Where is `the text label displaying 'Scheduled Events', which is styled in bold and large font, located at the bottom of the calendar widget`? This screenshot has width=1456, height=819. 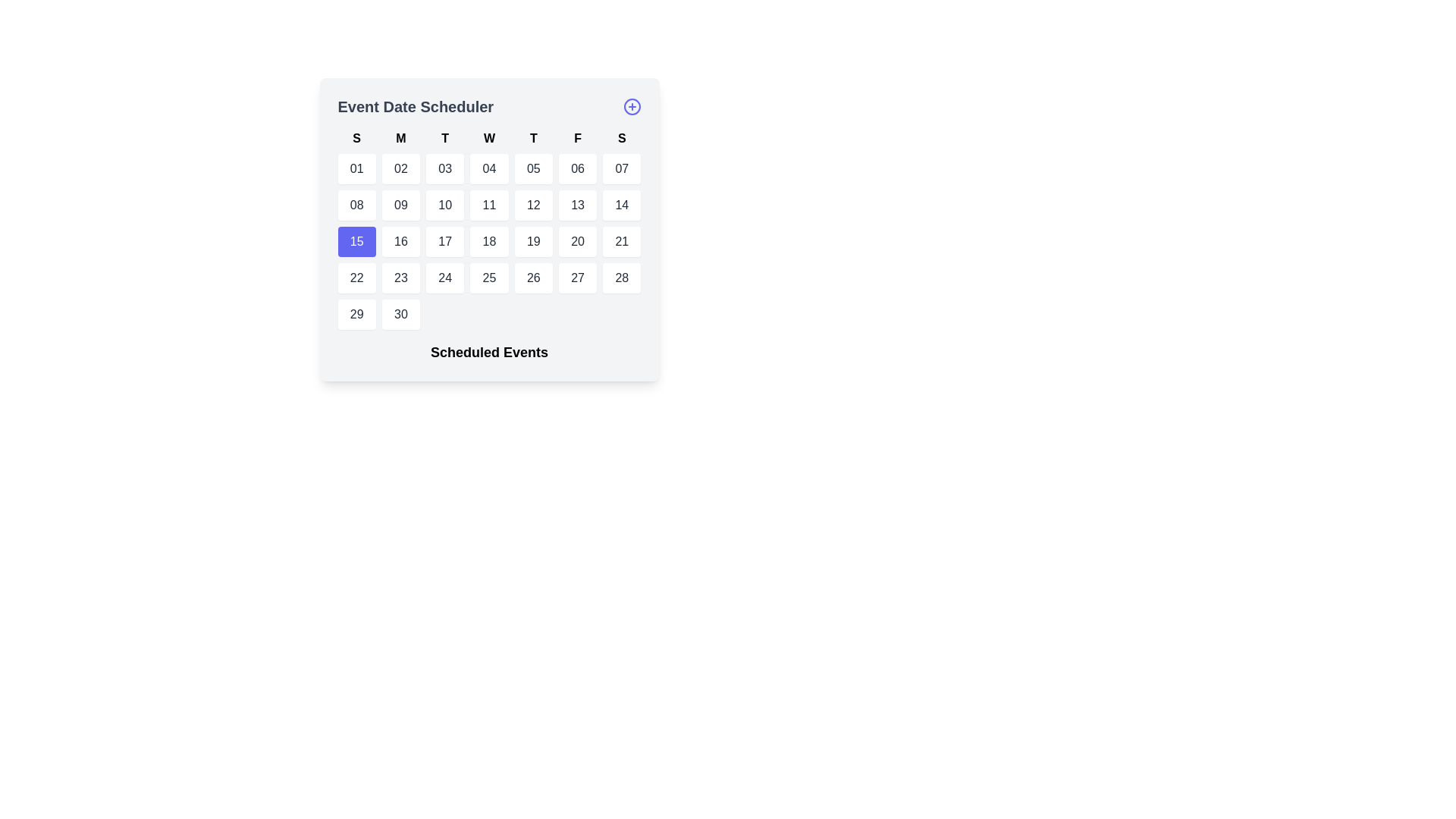
the text label displaying 'Scheduled Events', which is styled in bold and large font, located at the bottom of the calendar widget is located at coordinates (489, 353).